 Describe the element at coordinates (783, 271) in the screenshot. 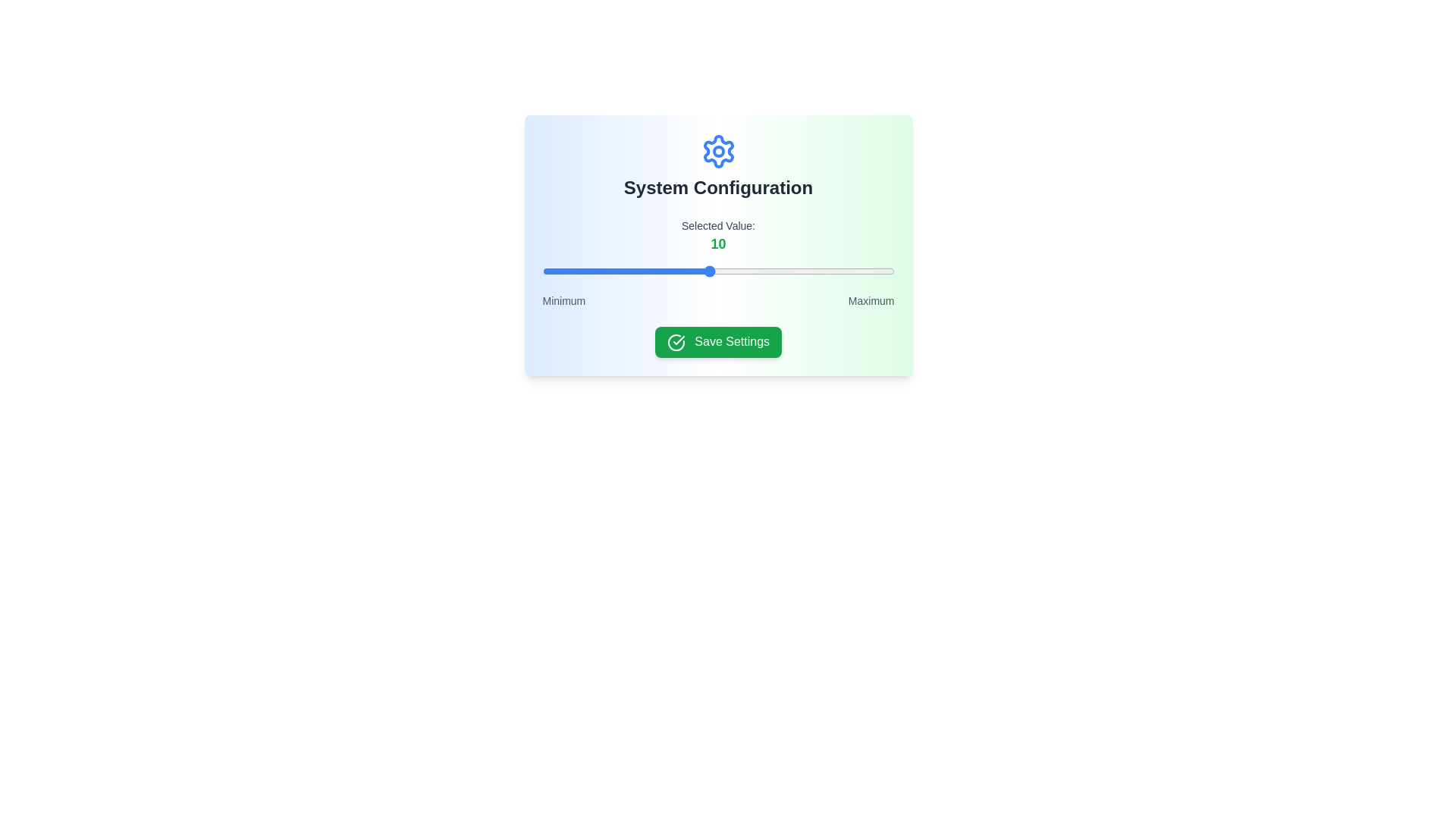

I see `the slider to set the value to 14` at that location.